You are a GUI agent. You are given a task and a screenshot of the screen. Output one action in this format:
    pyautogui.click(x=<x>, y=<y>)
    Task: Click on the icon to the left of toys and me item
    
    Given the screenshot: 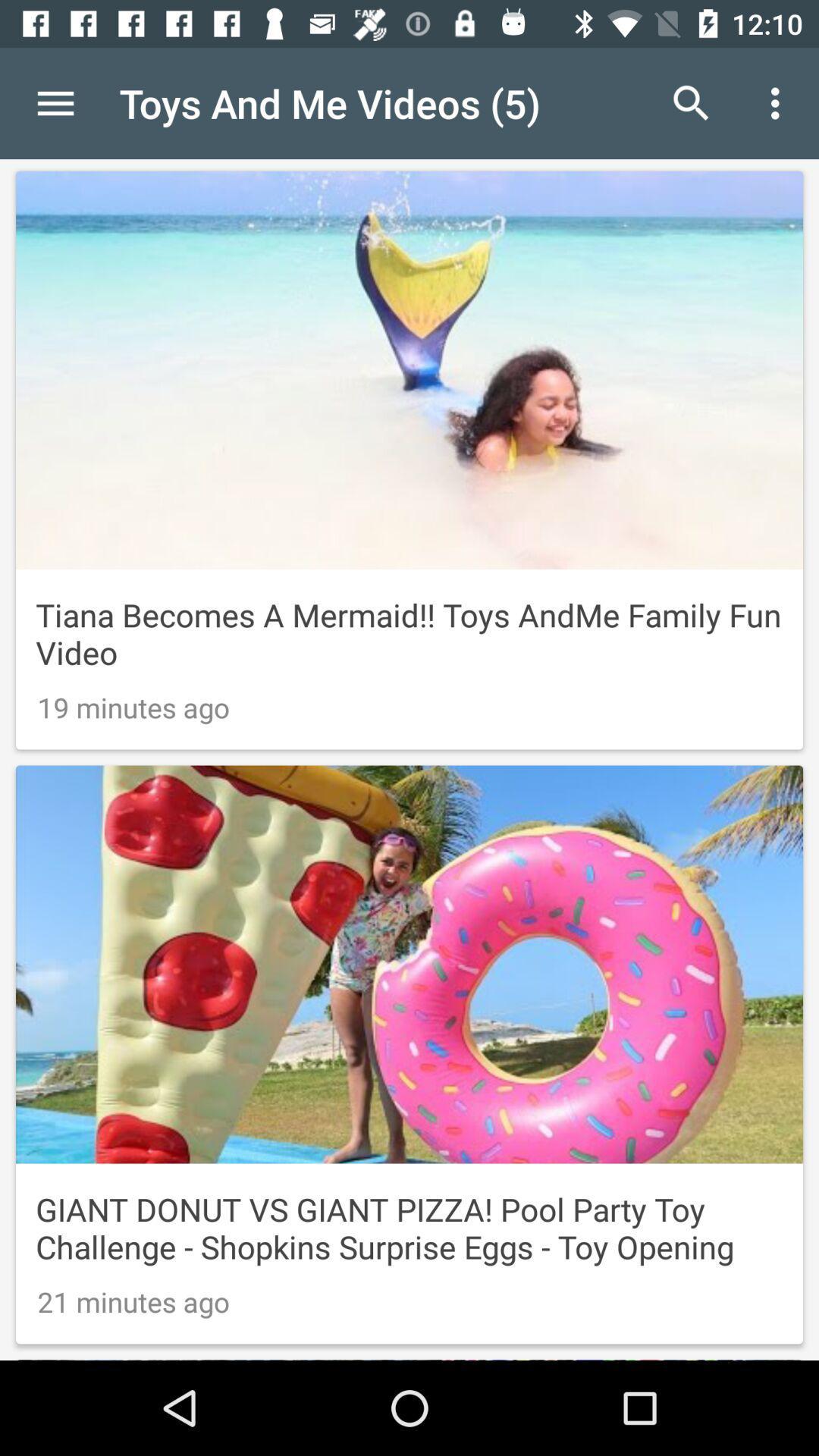 What is the action you would take?
    pyautogui.click(x=55, y=102)
    